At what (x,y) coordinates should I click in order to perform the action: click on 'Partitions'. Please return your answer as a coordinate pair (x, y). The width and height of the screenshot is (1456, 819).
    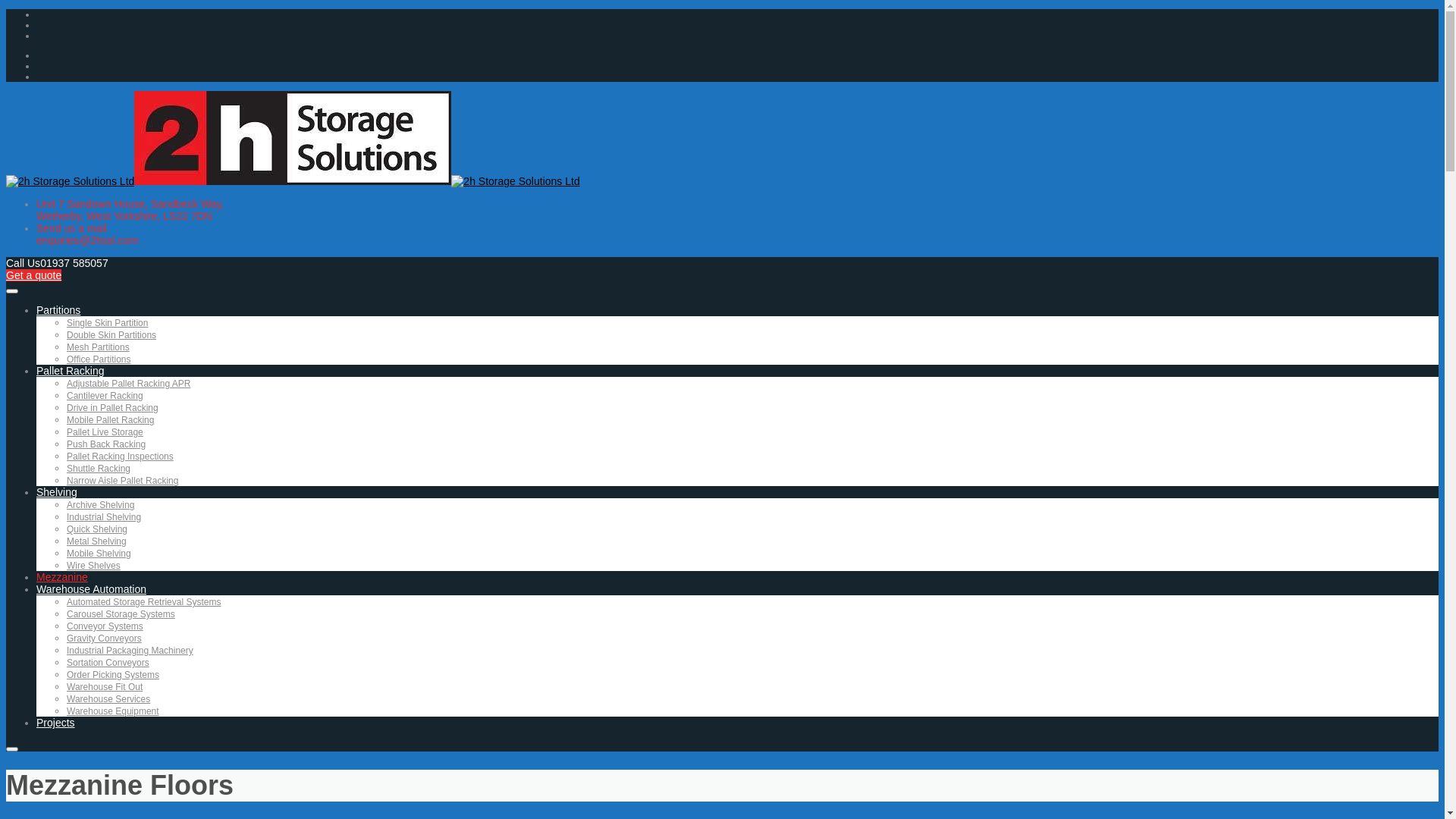
    Looking at the image, I should click on (58, 309).